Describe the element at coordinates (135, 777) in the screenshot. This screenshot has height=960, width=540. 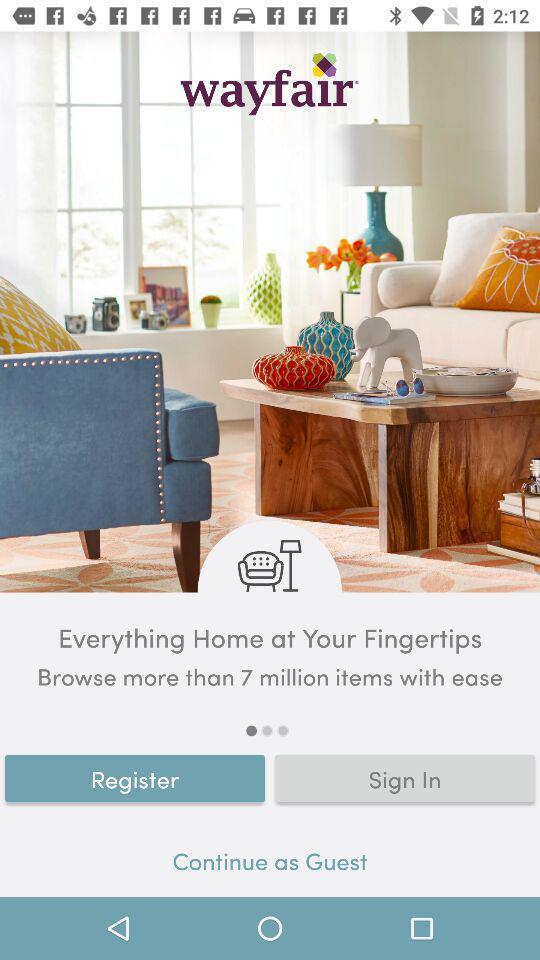
I see `the icon to the left of the sign in item` at that location.